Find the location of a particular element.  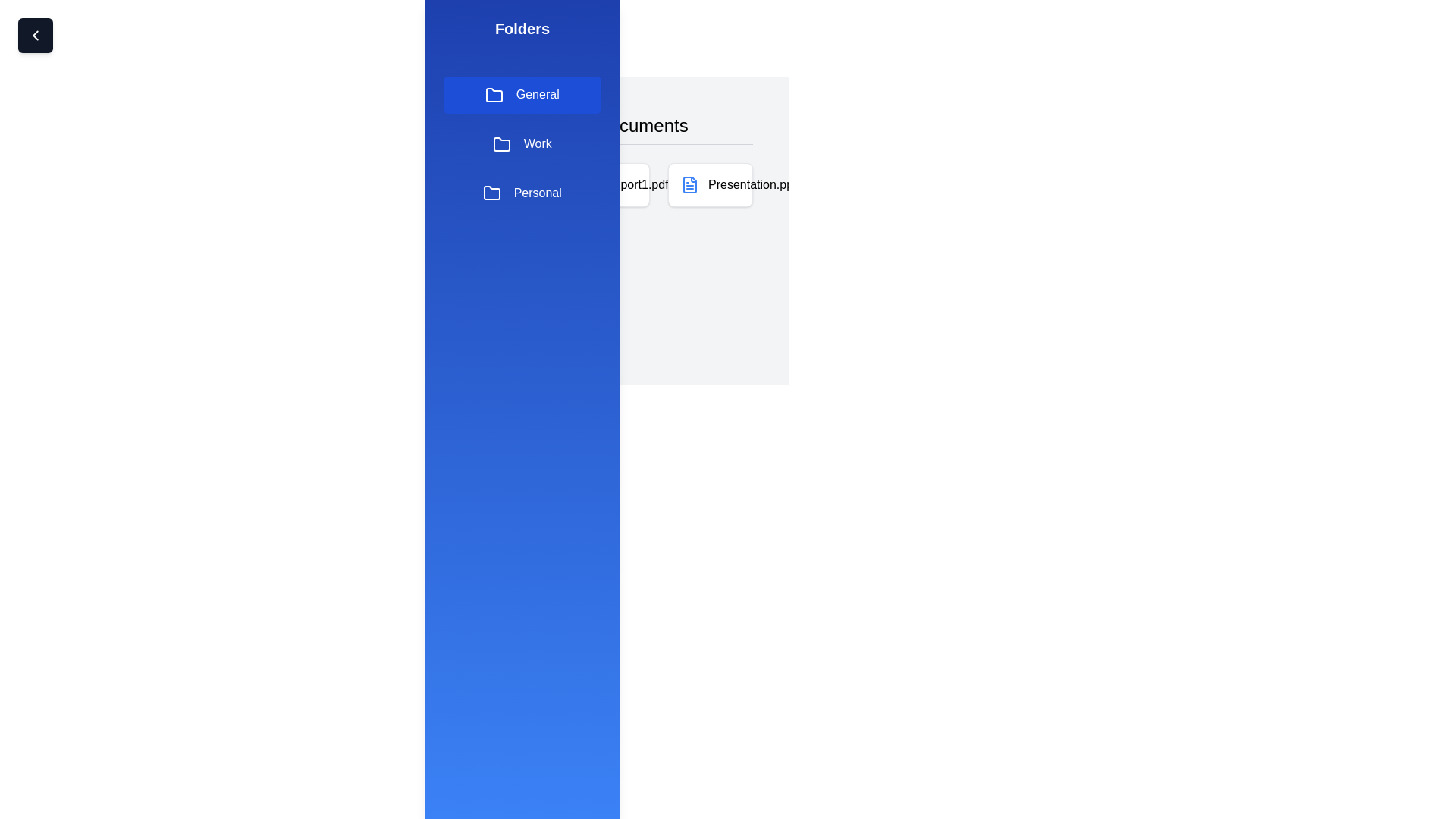

the 'Work' folder icon in the sidebar menu is located at coordinates (502, 144).